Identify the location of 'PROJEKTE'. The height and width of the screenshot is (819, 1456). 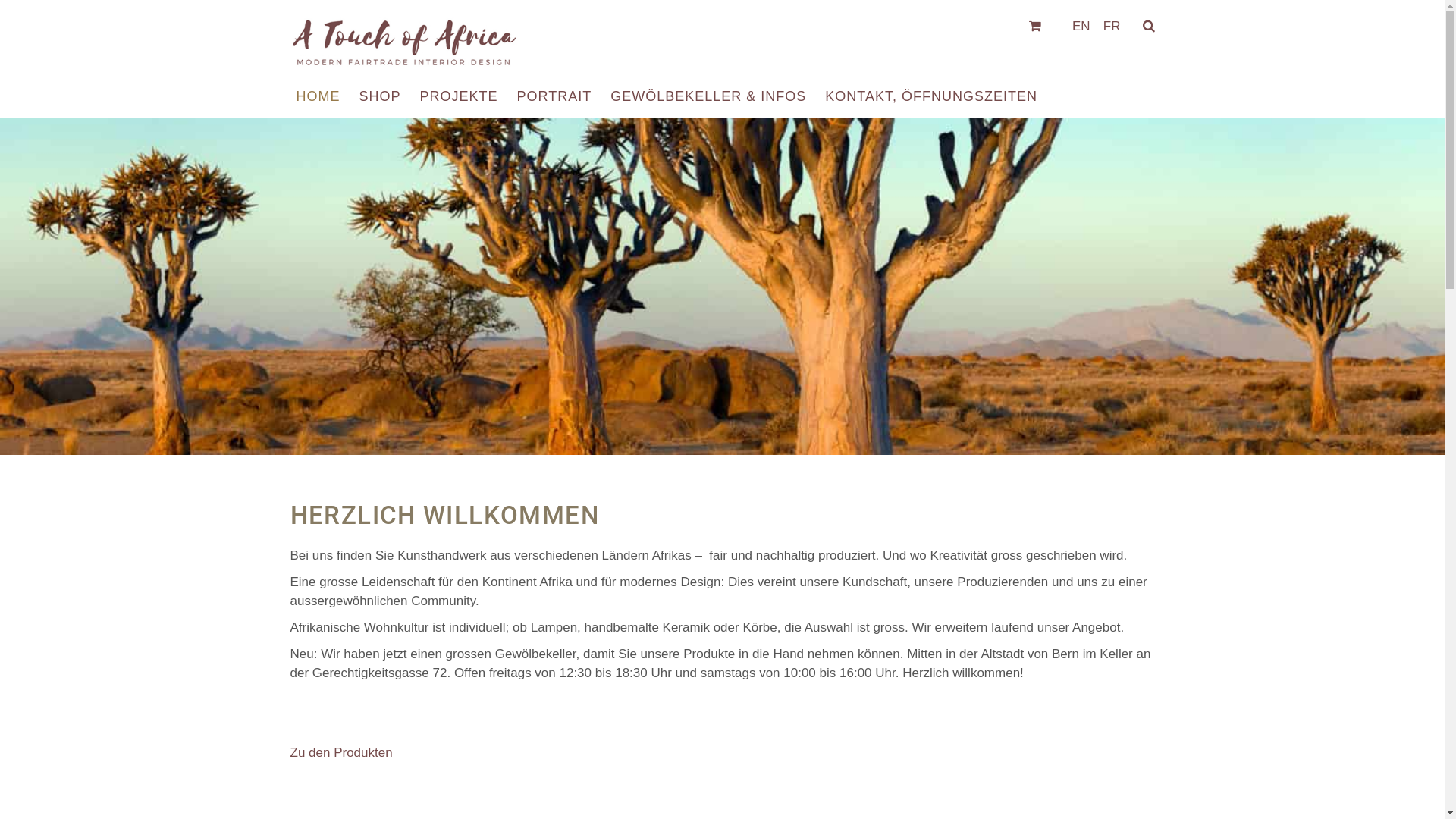
(458, 96).